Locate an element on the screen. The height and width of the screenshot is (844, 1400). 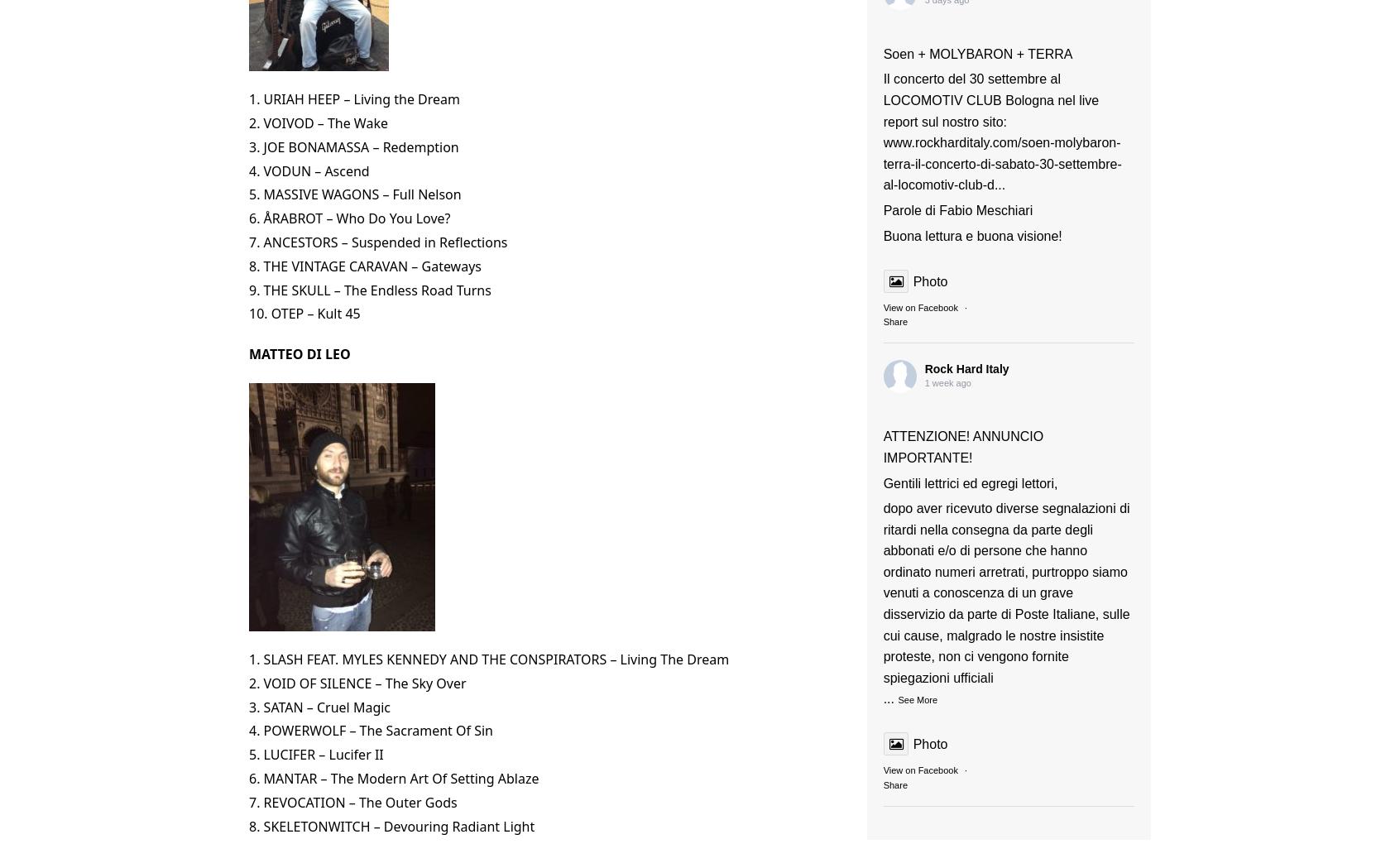
'5. MASSIVE WAGONS – Full Nelson' is located at coordinates (353, 194).